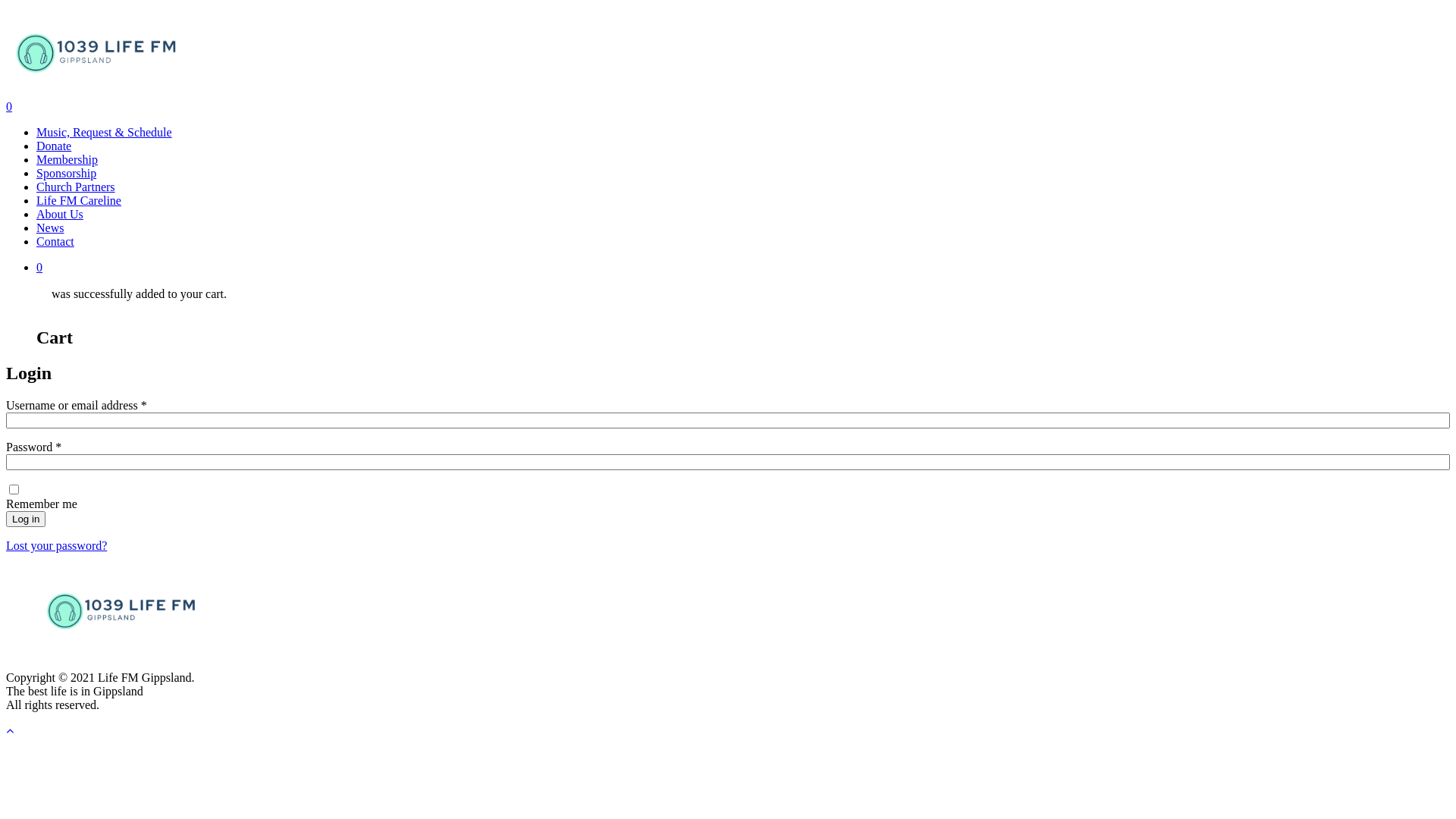  I want to click on 'About Us', so click(59, 214).